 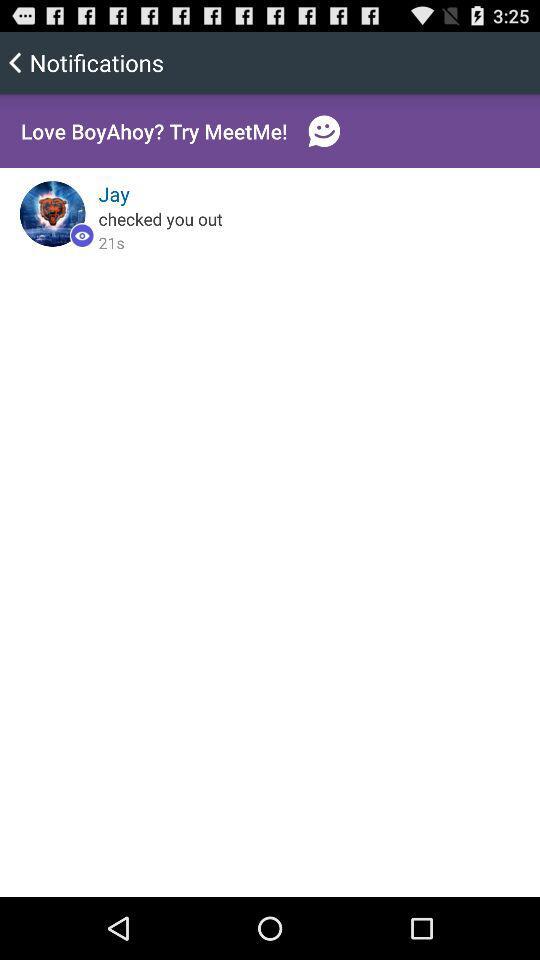 I want to click on icon below the jay, so click(x=159, y=218).